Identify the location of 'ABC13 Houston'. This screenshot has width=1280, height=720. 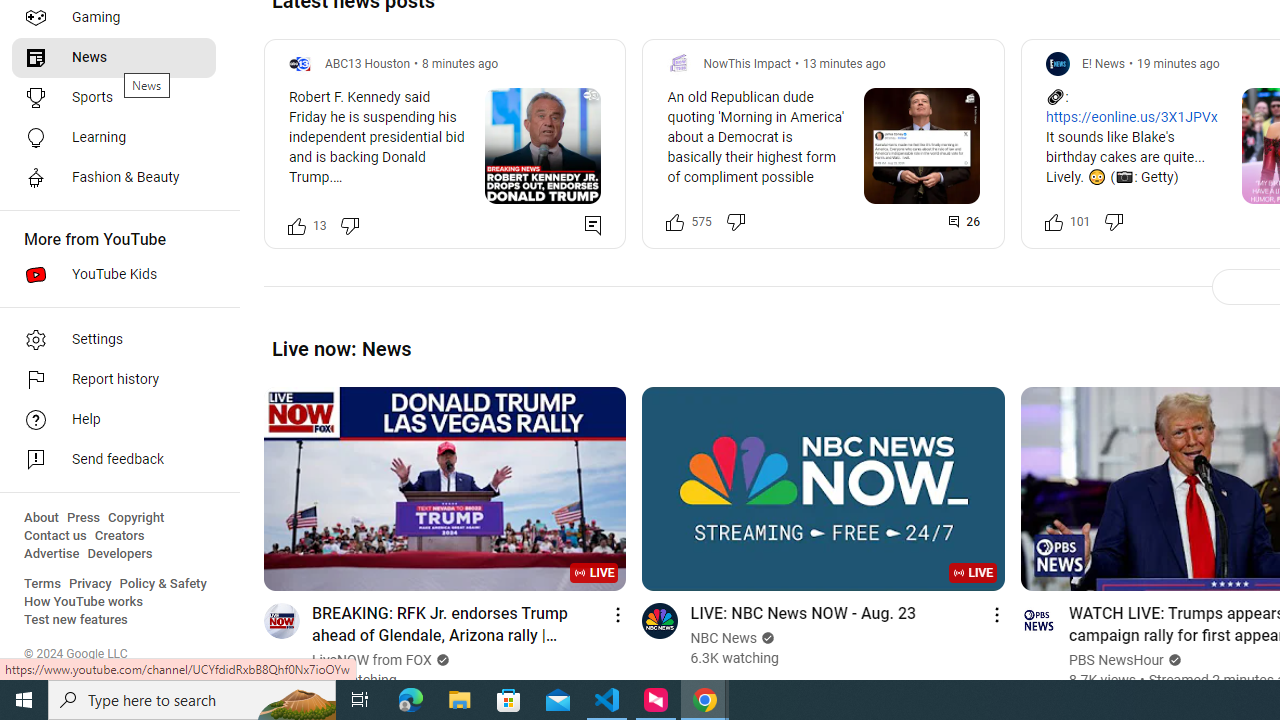
(368, 62).